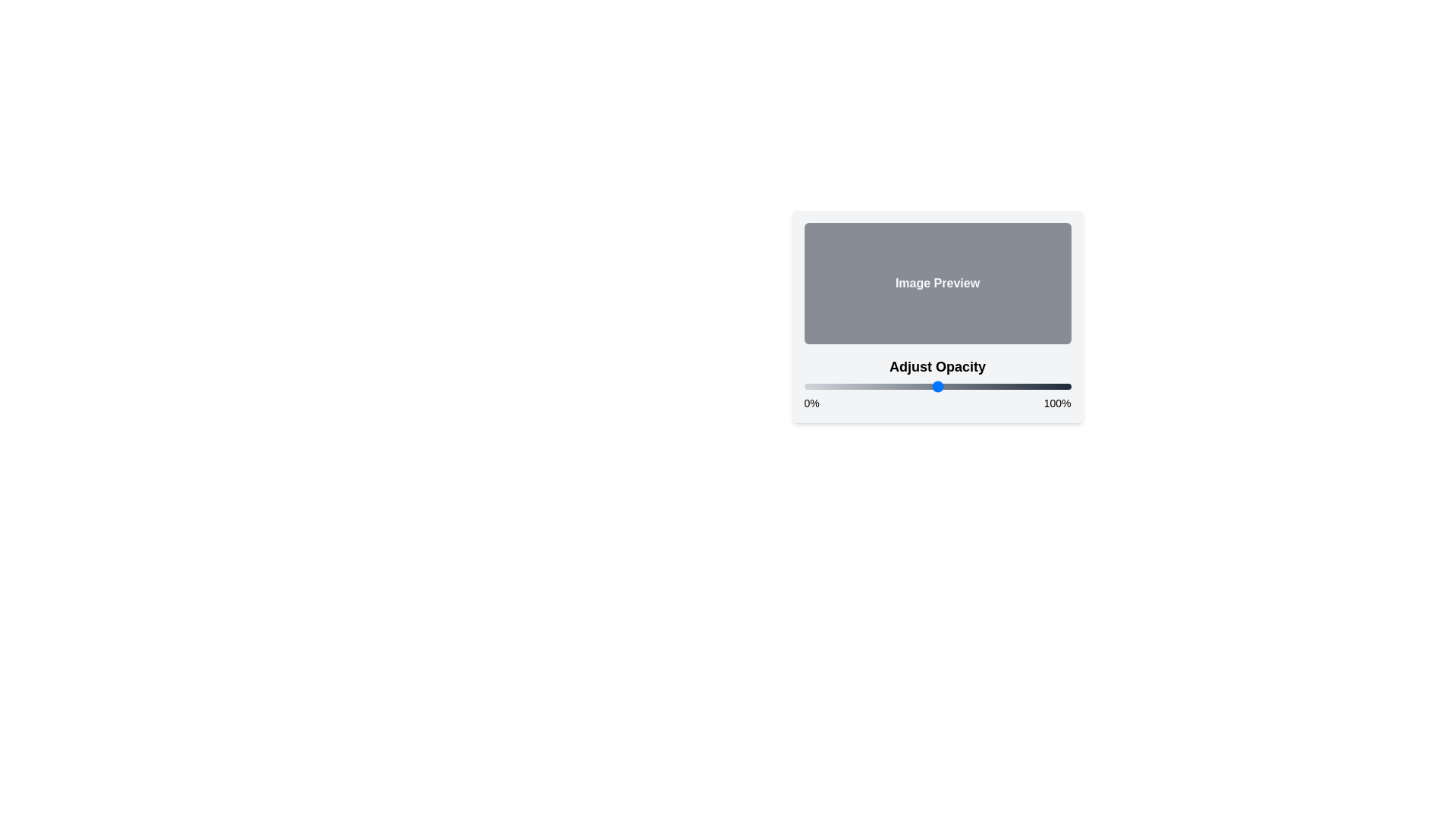  I want to click on the opacity, so click(985, 385).